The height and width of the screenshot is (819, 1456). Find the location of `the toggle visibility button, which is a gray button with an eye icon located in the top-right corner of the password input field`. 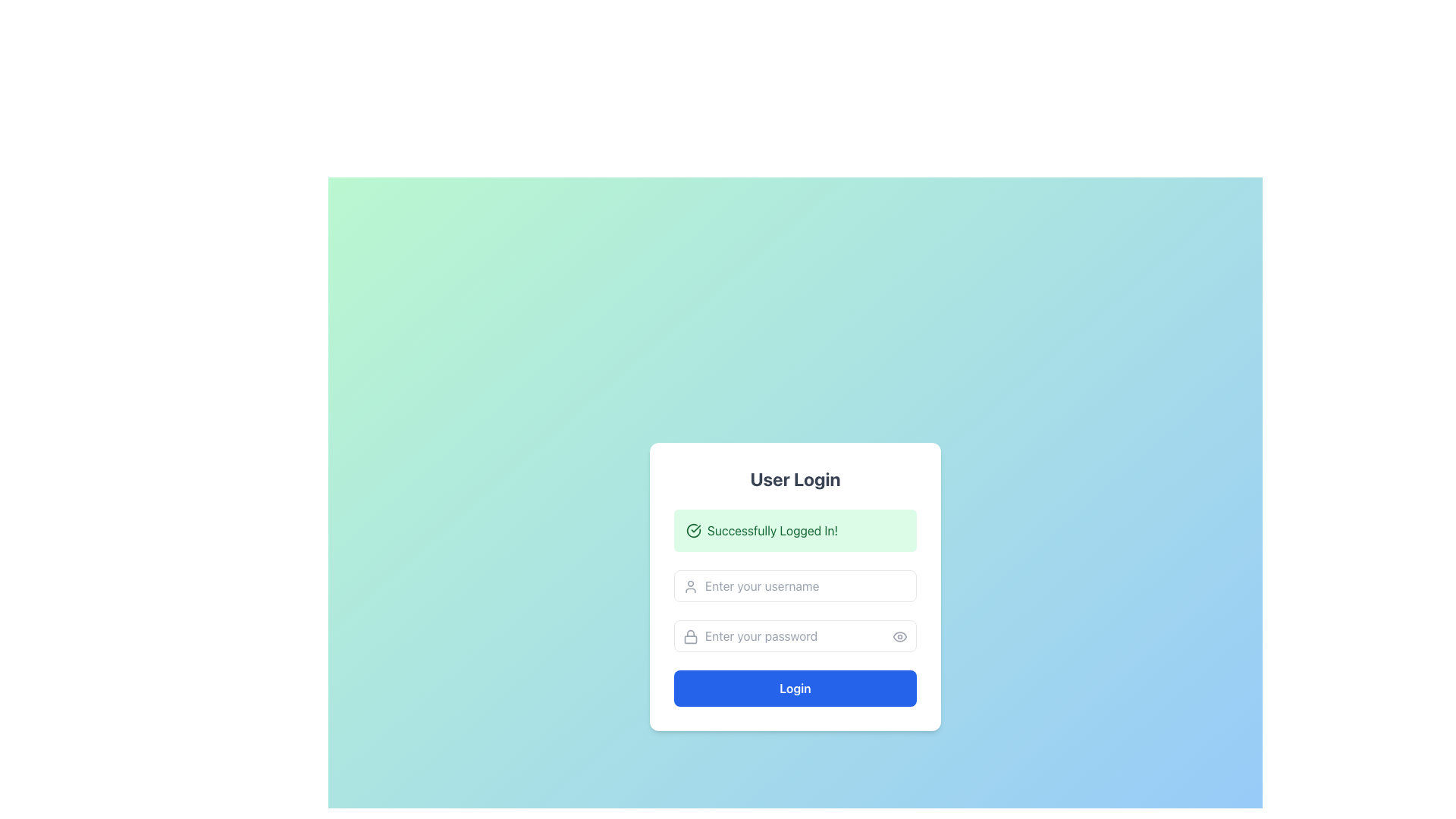

the toggle visibility button, which is a gray button with an eye icon located in the top-right corner of the password input field is located at coordinates (899, 637).